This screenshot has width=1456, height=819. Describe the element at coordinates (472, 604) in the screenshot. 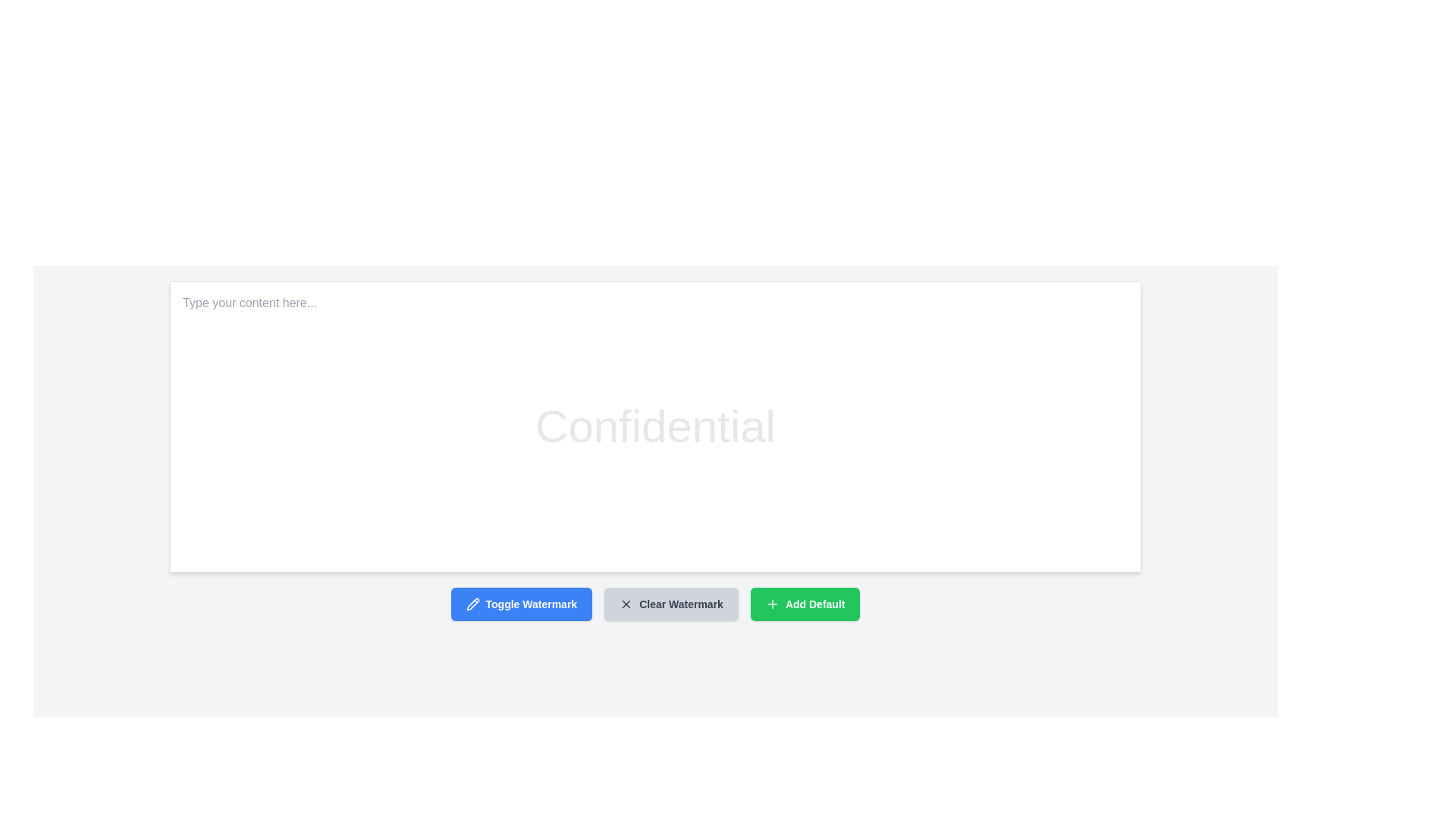

I see `the editing tool icon located in the lower section of the display, to the left of the other buttons` at that location.